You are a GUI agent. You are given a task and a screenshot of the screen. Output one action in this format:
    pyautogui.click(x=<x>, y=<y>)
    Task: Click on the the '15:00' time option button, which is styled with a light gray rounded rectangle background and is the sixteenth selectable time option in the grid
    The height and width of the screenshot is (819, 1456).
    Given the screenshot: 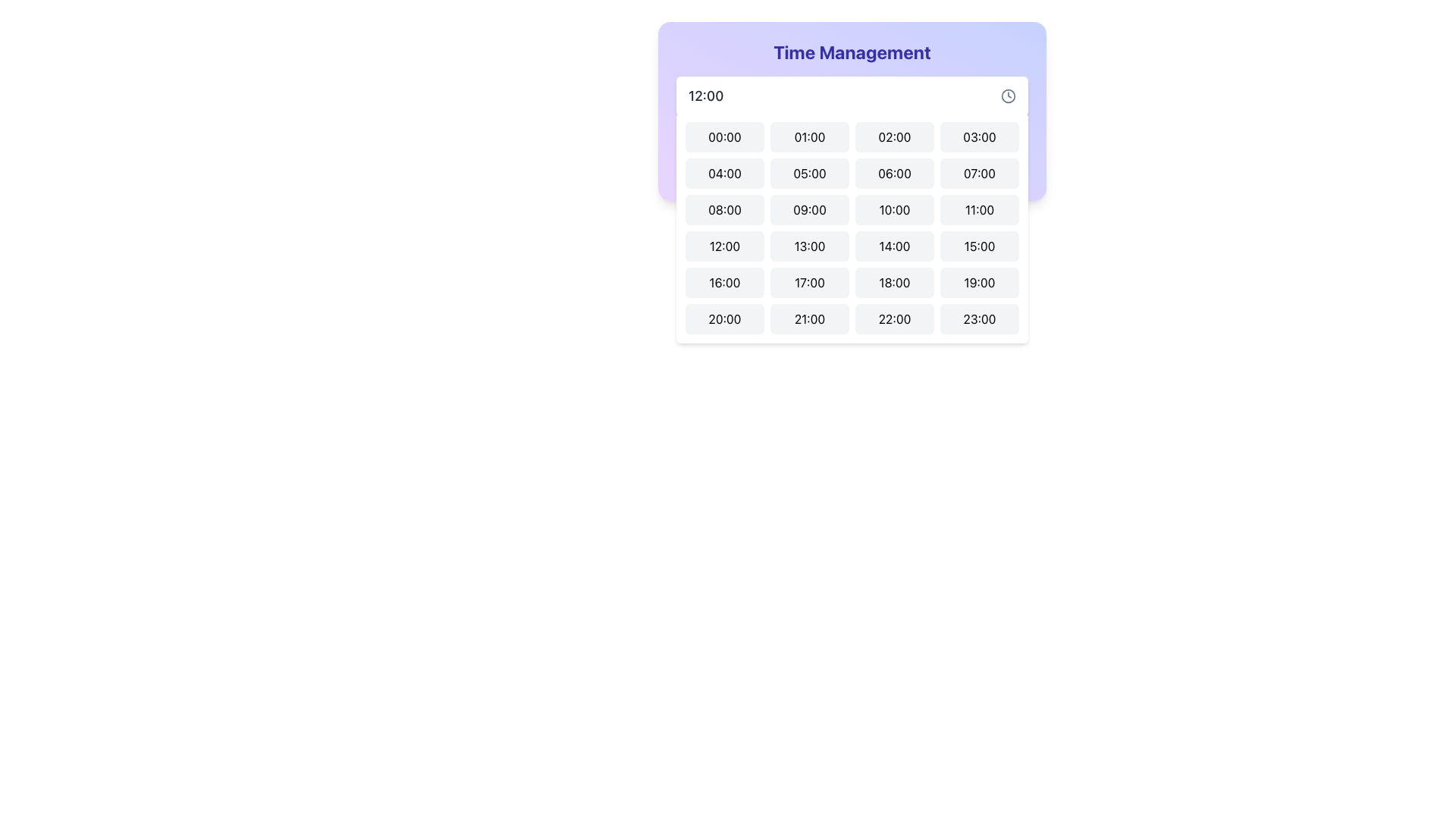 What is the action you would take?
    pyautogui.click(x=979, y=245)
    